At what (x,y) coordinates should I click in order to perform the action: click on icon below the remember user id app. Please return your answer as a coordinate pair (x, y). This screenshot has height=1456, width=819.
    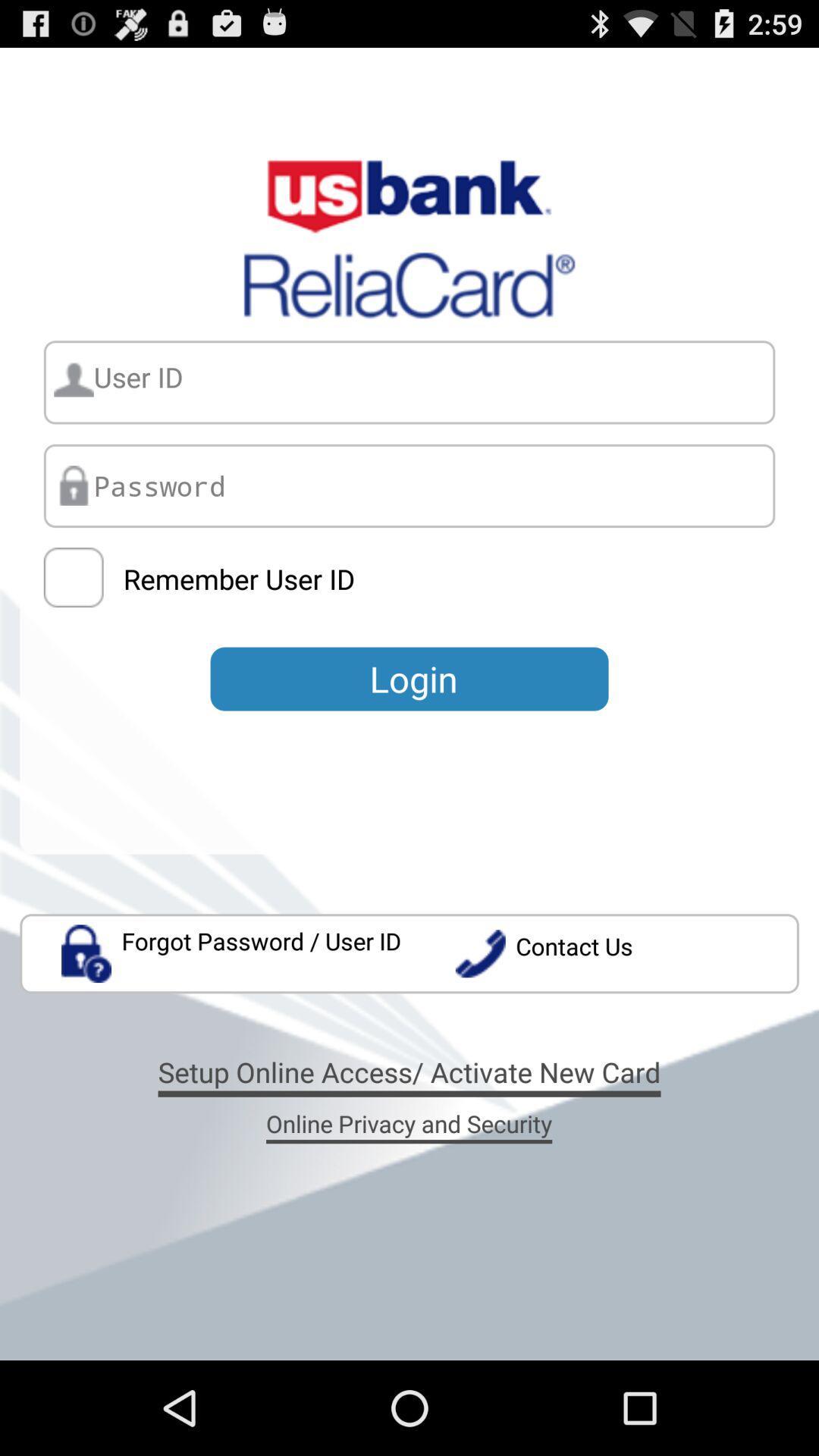
    Looking at the image, I should click on (409, 678).